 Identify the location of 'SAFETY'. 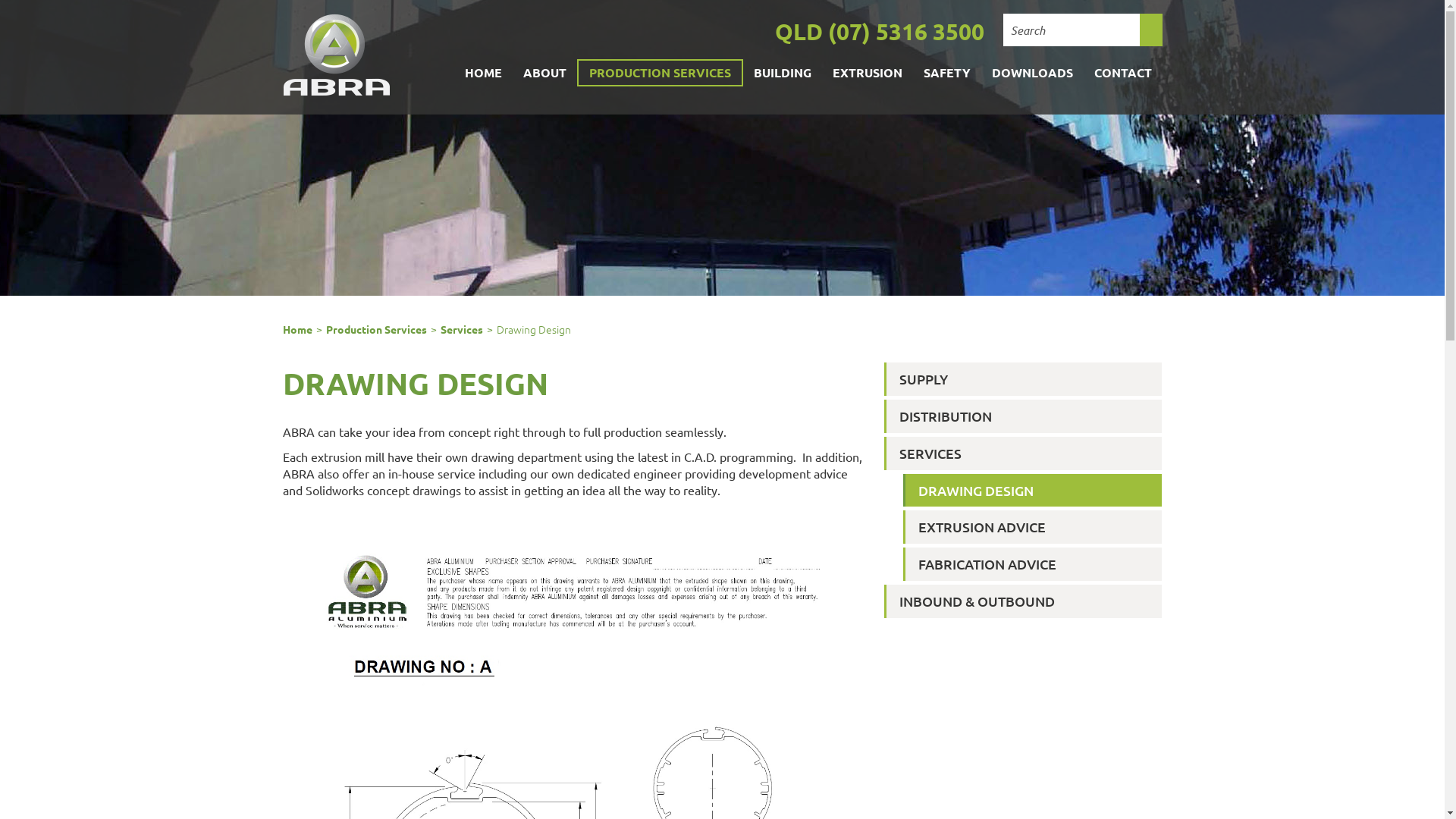
(946, 73).